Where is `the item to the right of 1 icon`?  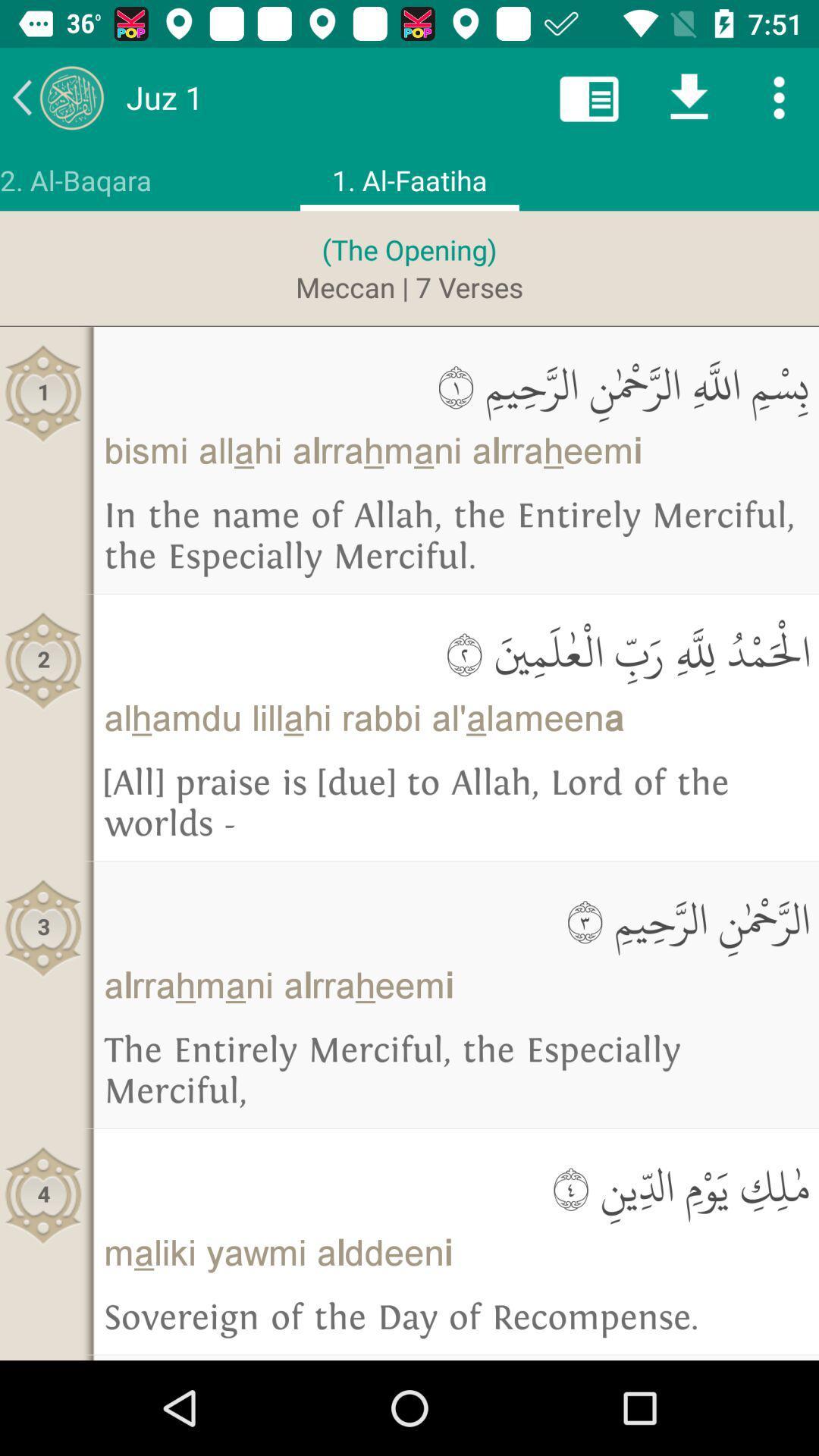
the item to the right of 1 icon is located at coordinates (455, 384).